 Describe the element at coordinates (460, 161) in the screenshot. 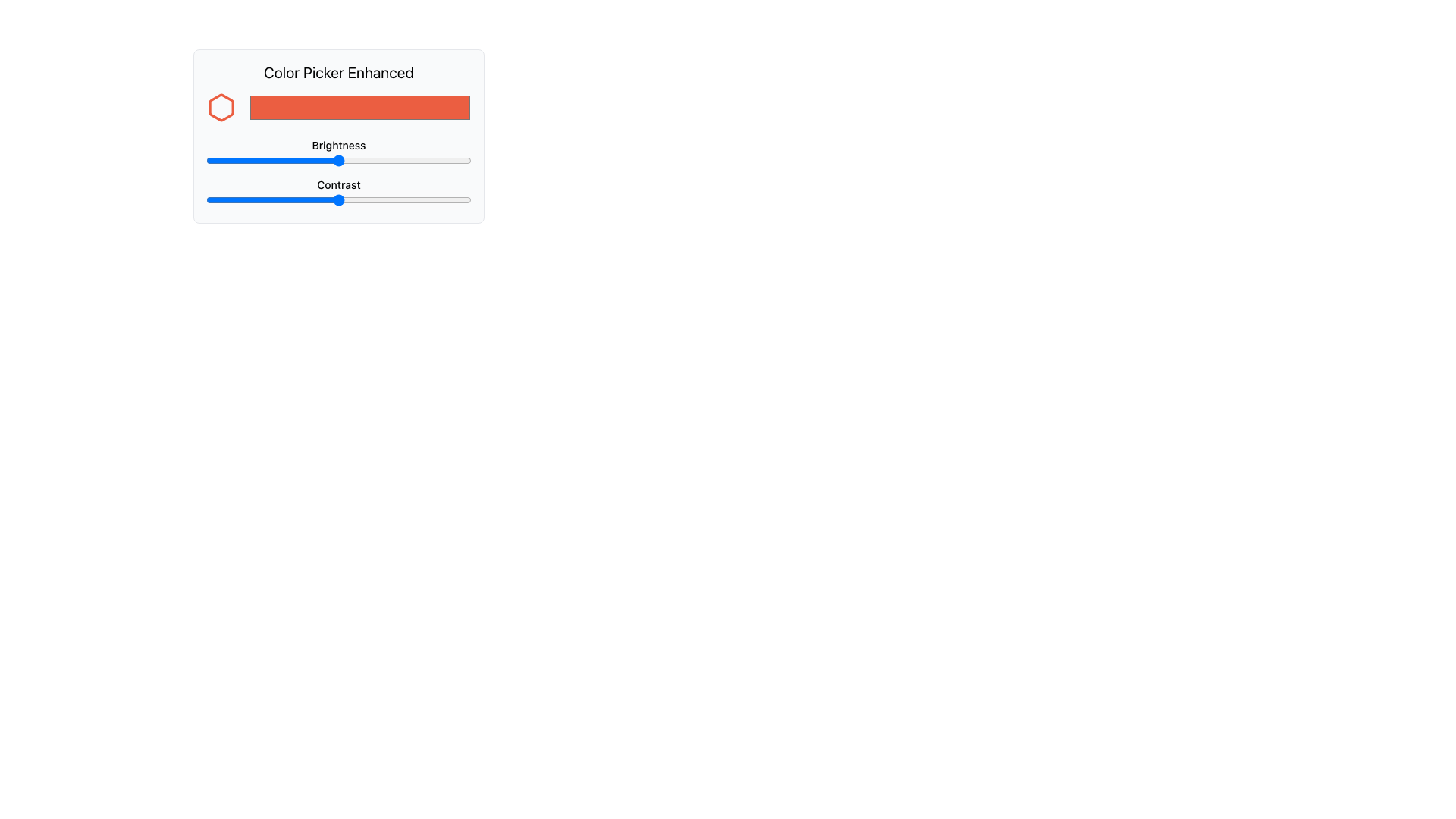

I see `brightness level` at that location.